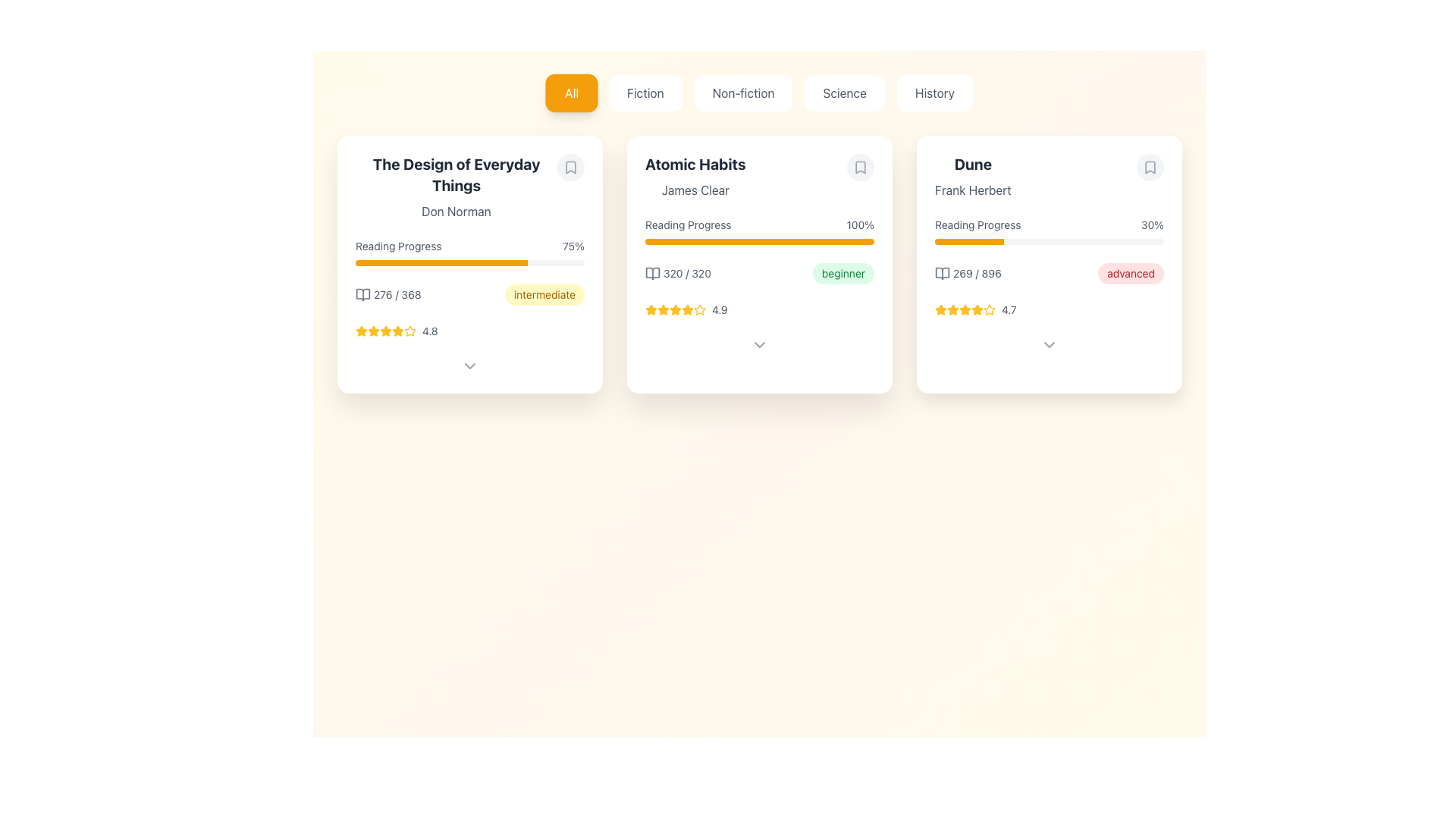 This screenshot has height=819, width=1456. Describe the element at coordinates (1048, 309) in the screenshot. I see `rating score displayed in the Rating component for the book 'Dune', which shows a score of '4.7' and is located in the third column under the 'Advanced' label` at that location.